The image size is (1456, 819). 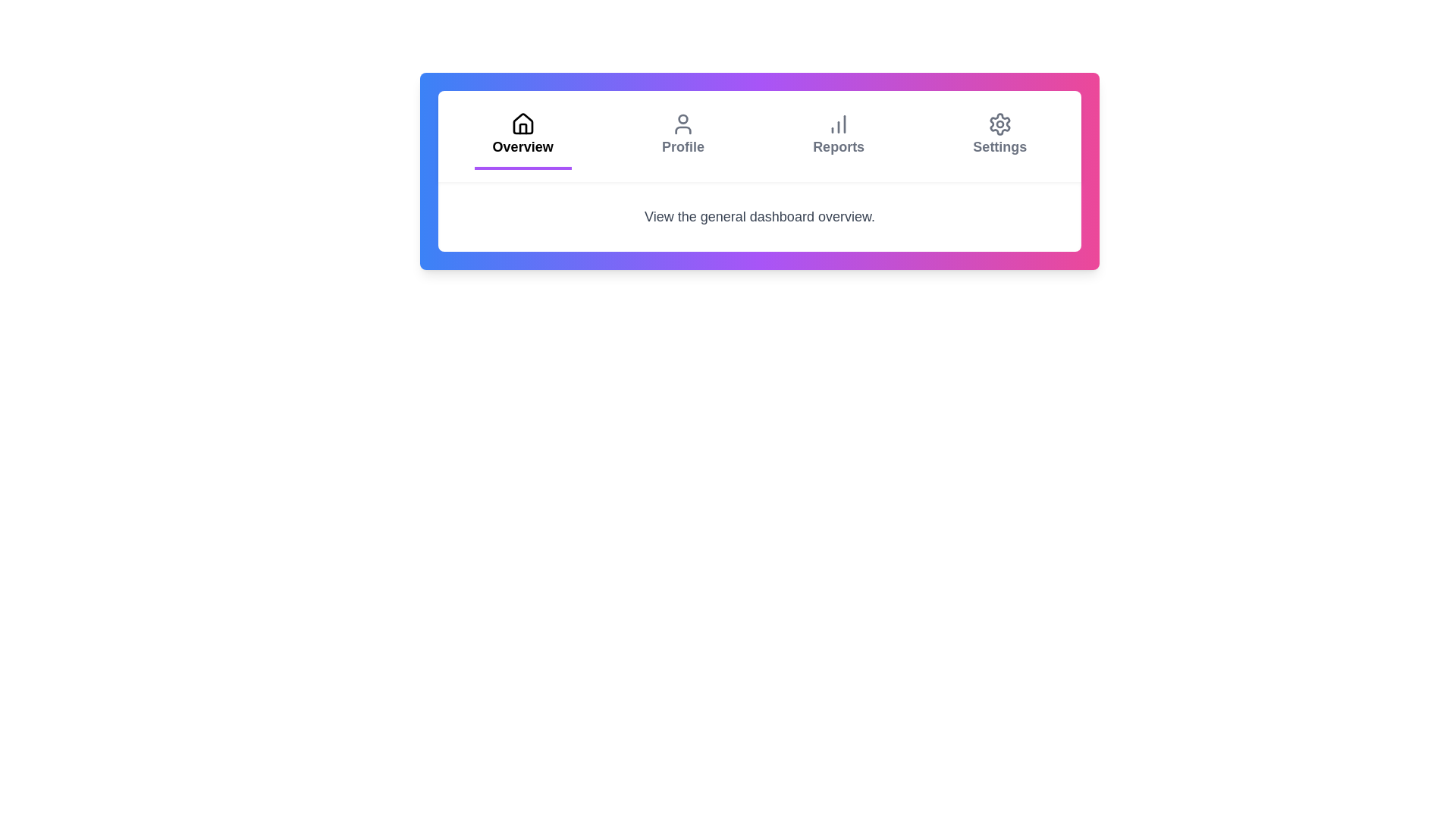 What do you see at coordinates (682, 146) in the screenshot?
I see `the 'Profile' text label in the tab navigation bar, which serves as the identifier for the corresponding profile option` at bounding box center [682, 146].